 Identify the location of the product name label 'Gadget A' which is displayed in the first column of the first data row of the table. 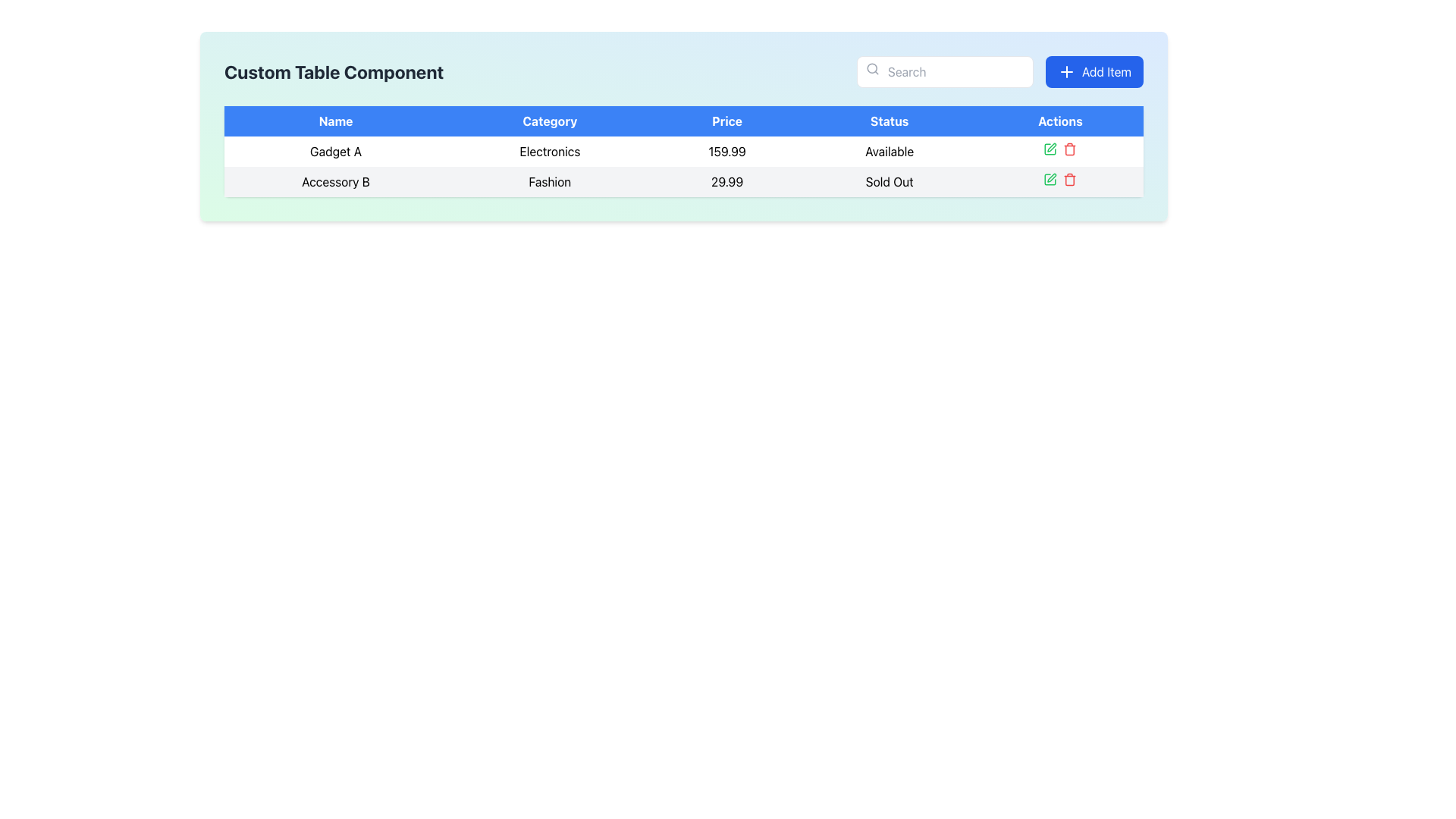
(335, 152).